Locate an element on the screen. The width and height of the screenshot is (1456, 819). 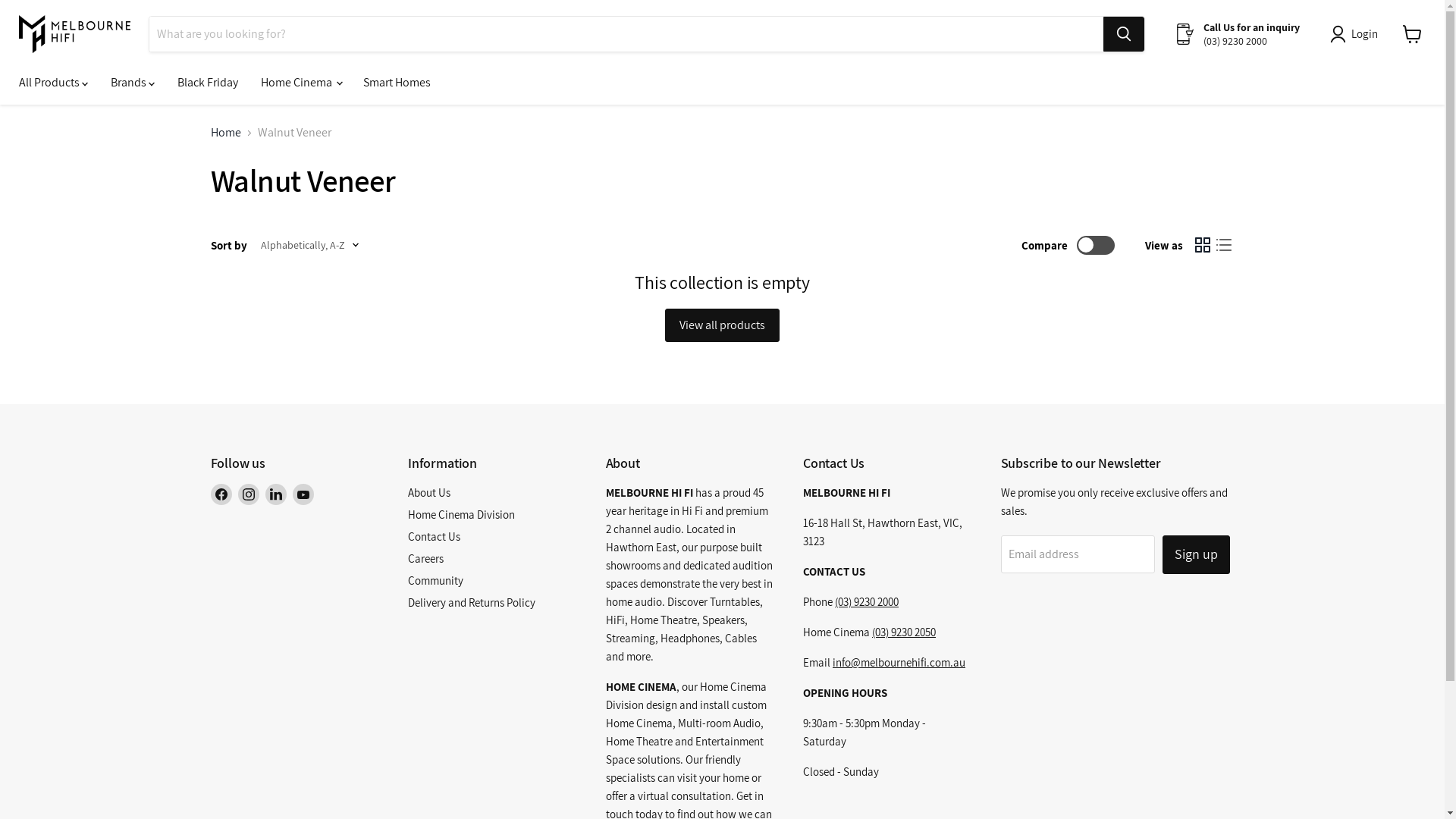
'info@melbournehifi.com.au' is located at coordinates (832, 661).